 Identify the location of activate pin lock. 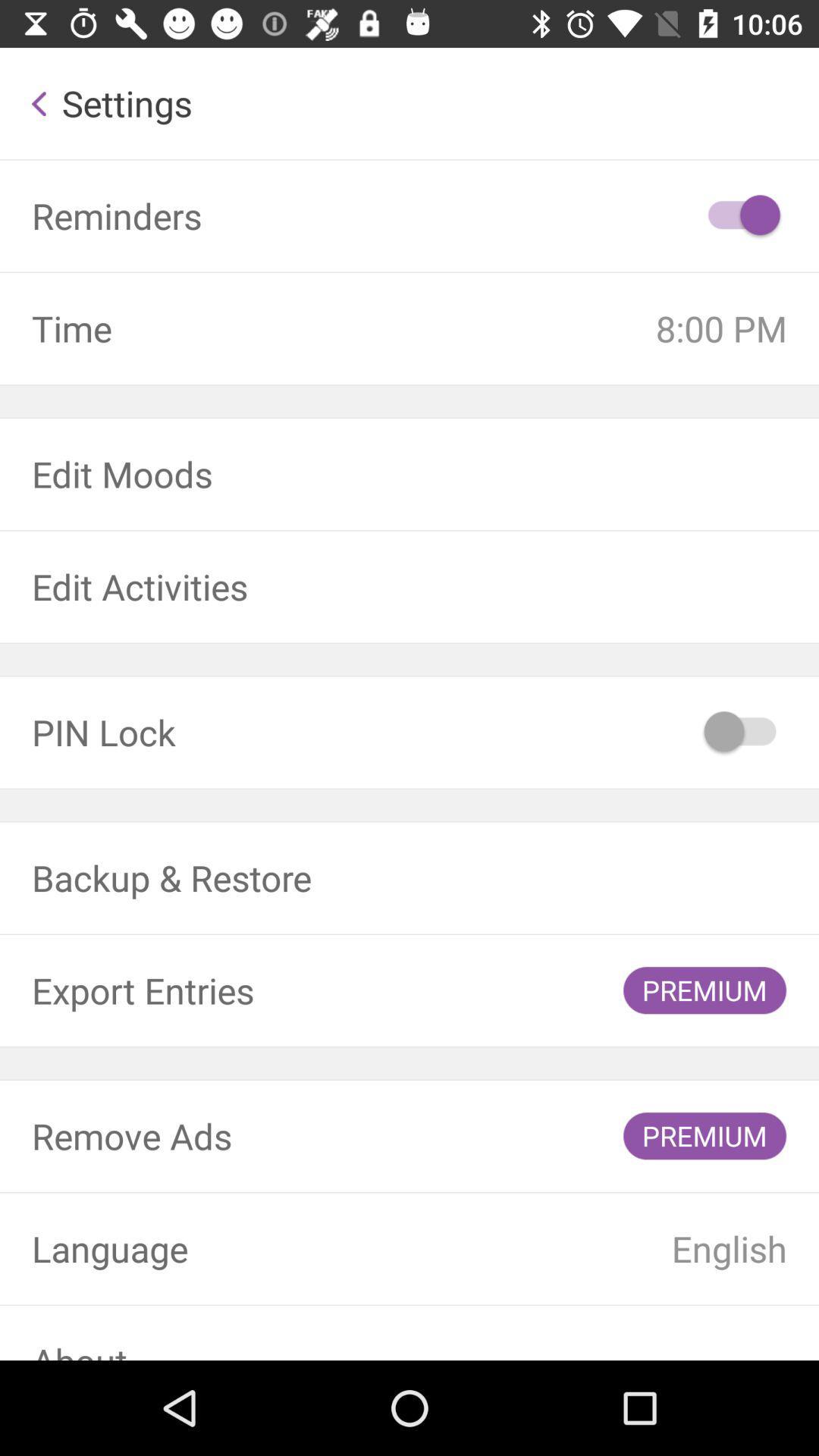
(741, 732).